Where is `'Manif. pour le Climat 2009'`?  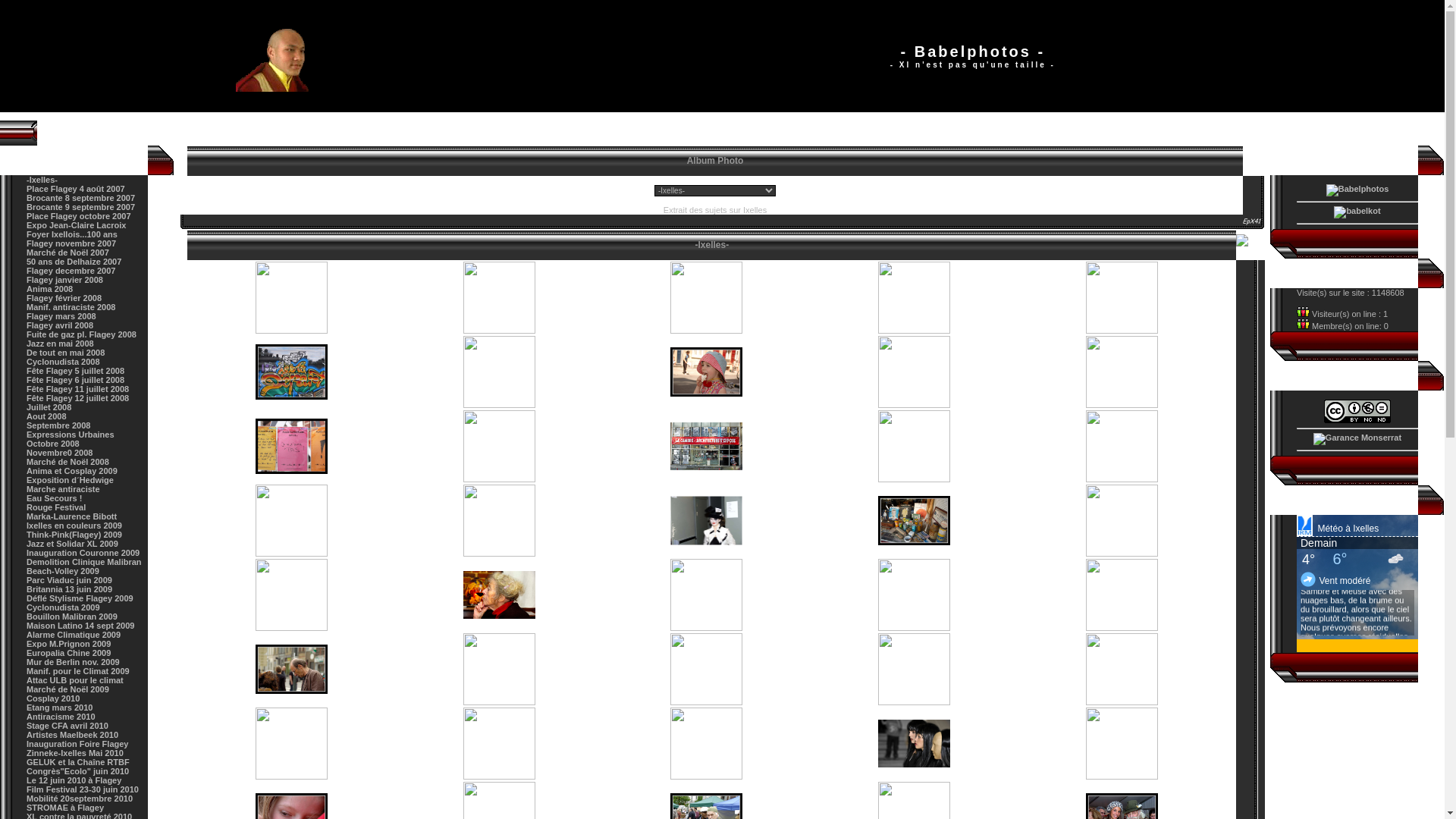
'Manif. pour le Climat 2009' is located at coordinates (77, 670).